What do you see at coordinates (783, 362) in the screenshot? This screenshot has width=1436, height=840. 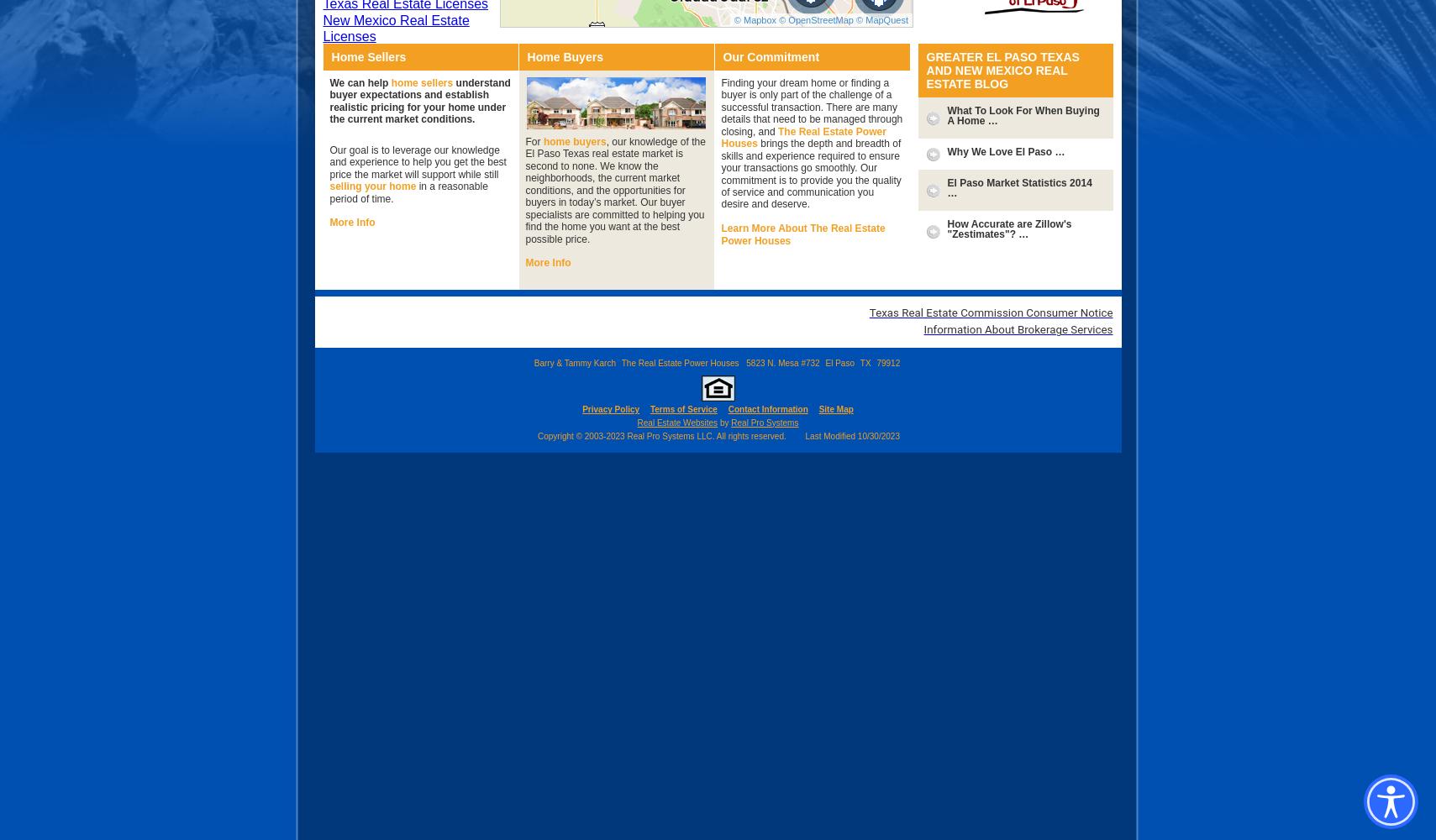 I see `'5823 N. Mesa #732'` at bounding box center [783, 362].